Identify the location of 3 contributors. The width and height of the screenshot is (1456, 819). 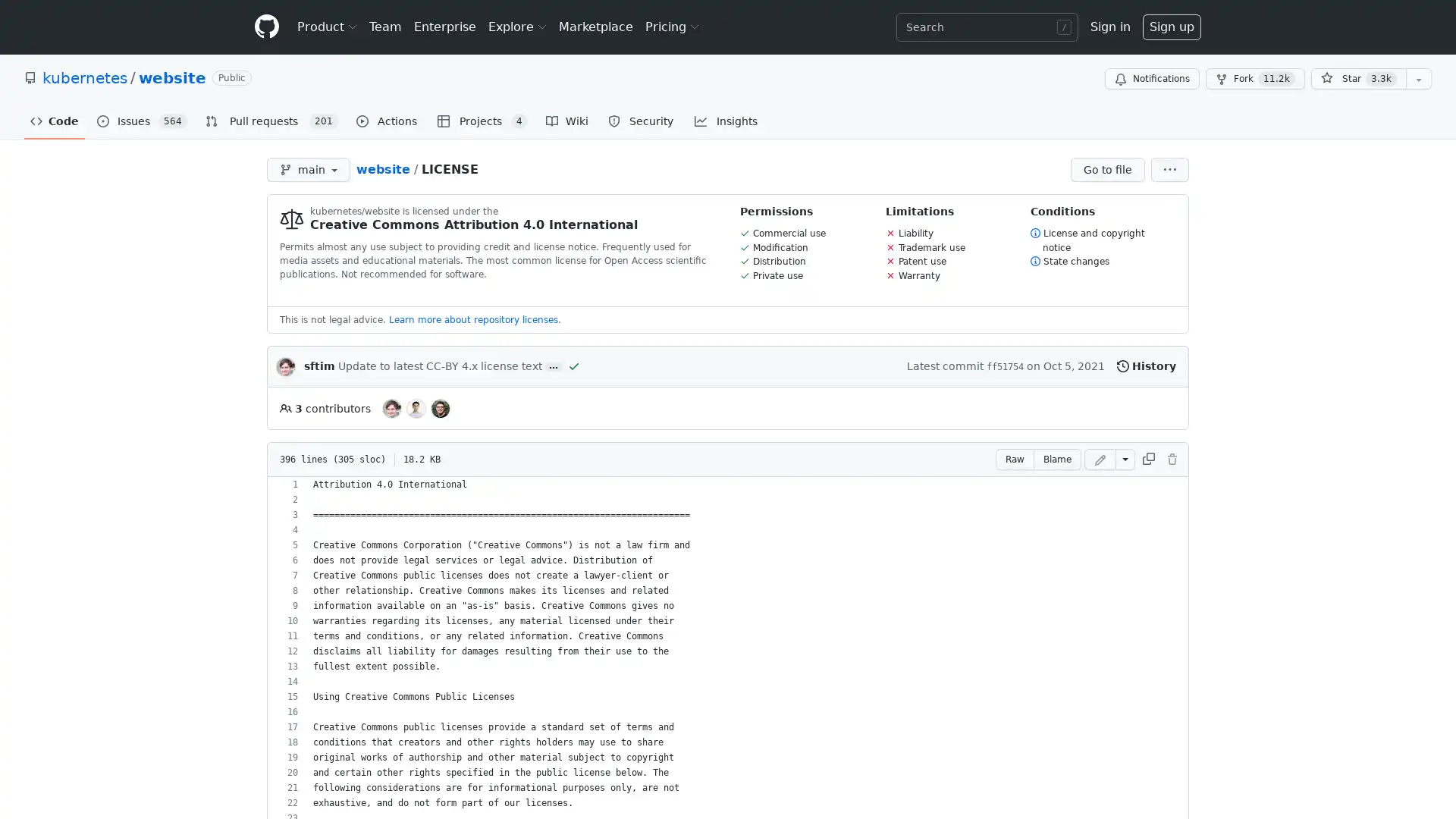
(324, 407).